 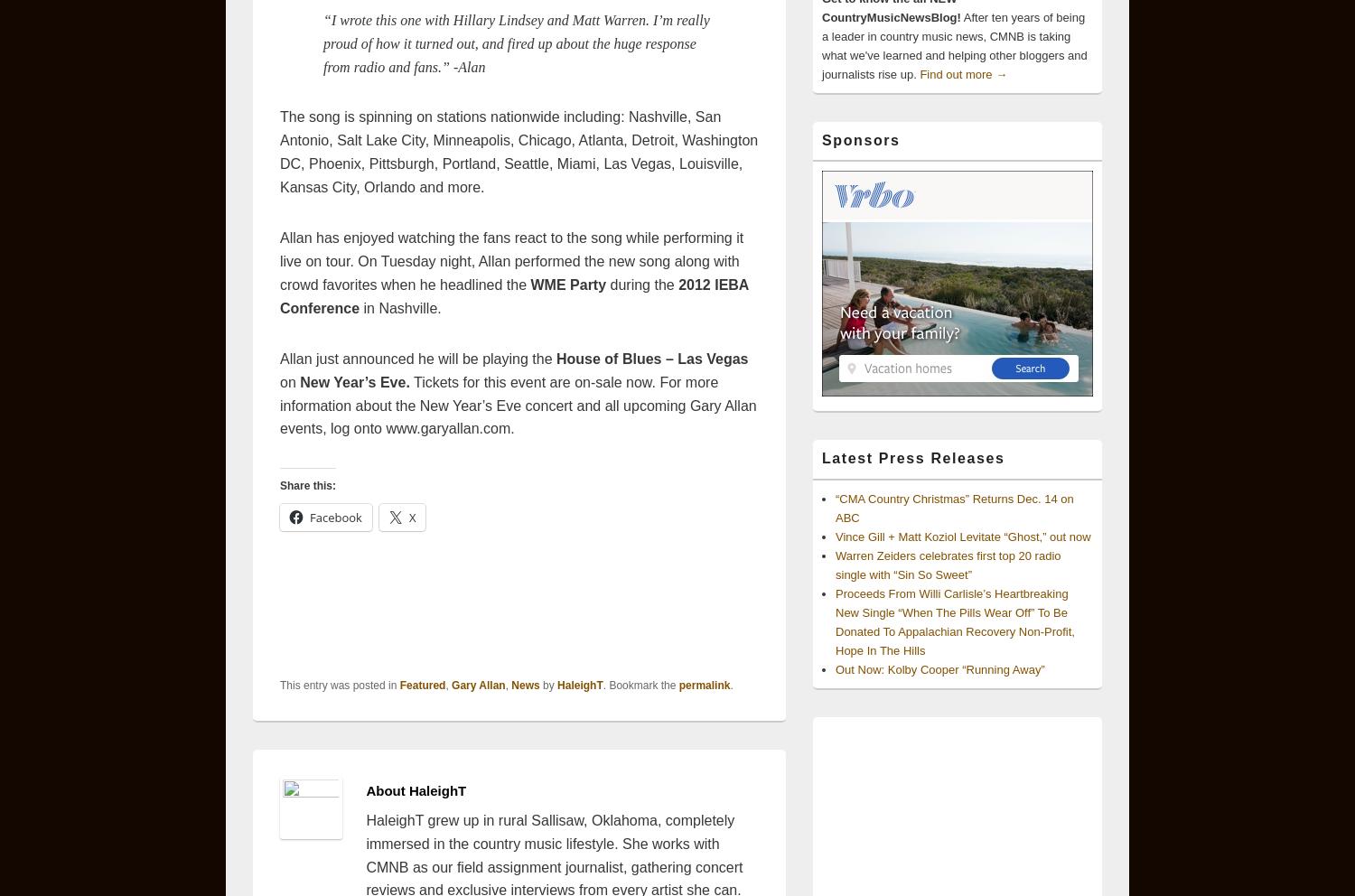 What do you see at coordinates (704, 683) in the screenshot?
I see `'permalink'` at bounding box center [704, 683].